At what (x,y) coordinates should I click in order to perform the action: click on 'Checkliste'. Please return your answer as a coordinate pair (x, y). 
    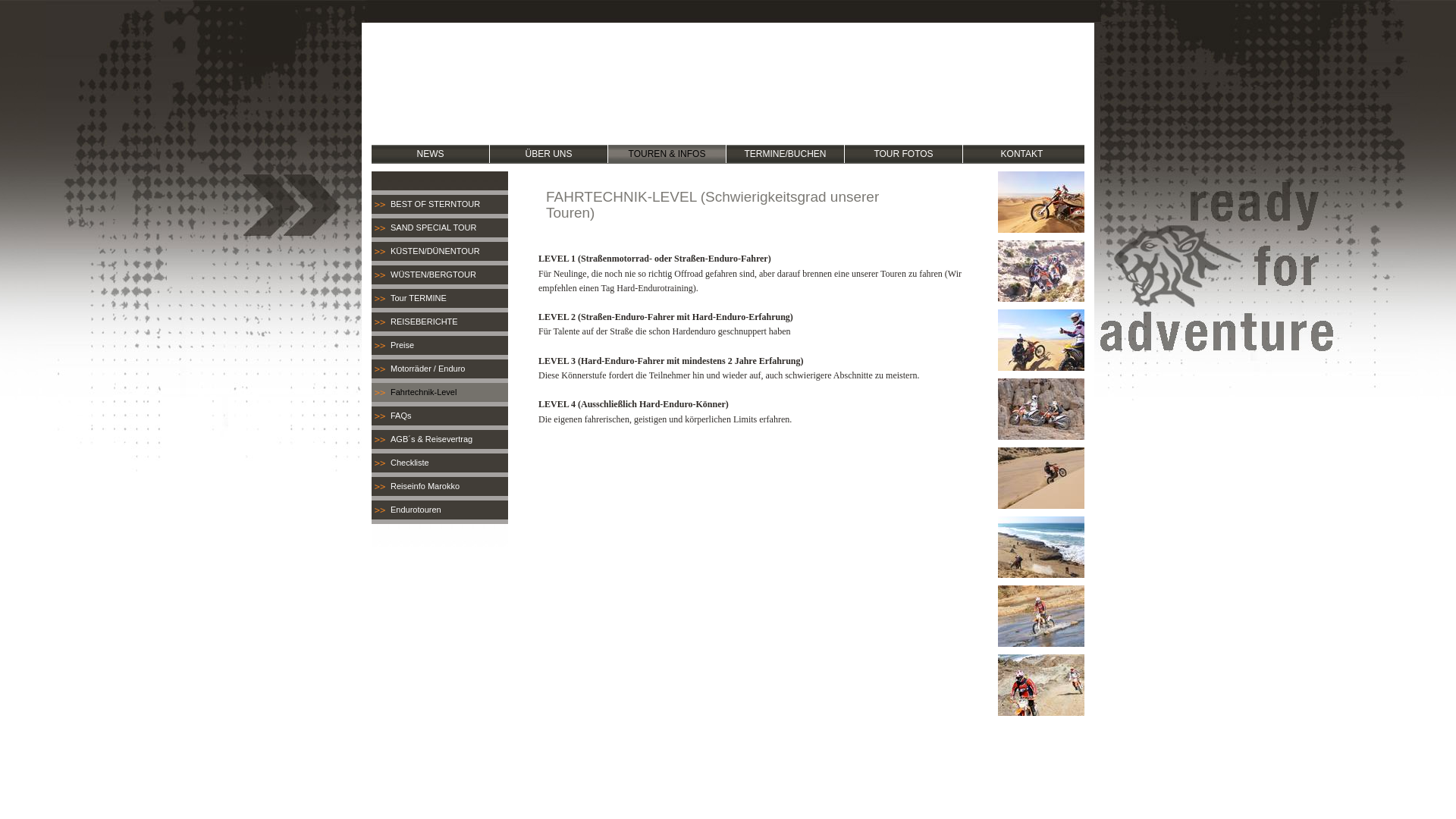
    Looking at the image, I should click on (439, 462).